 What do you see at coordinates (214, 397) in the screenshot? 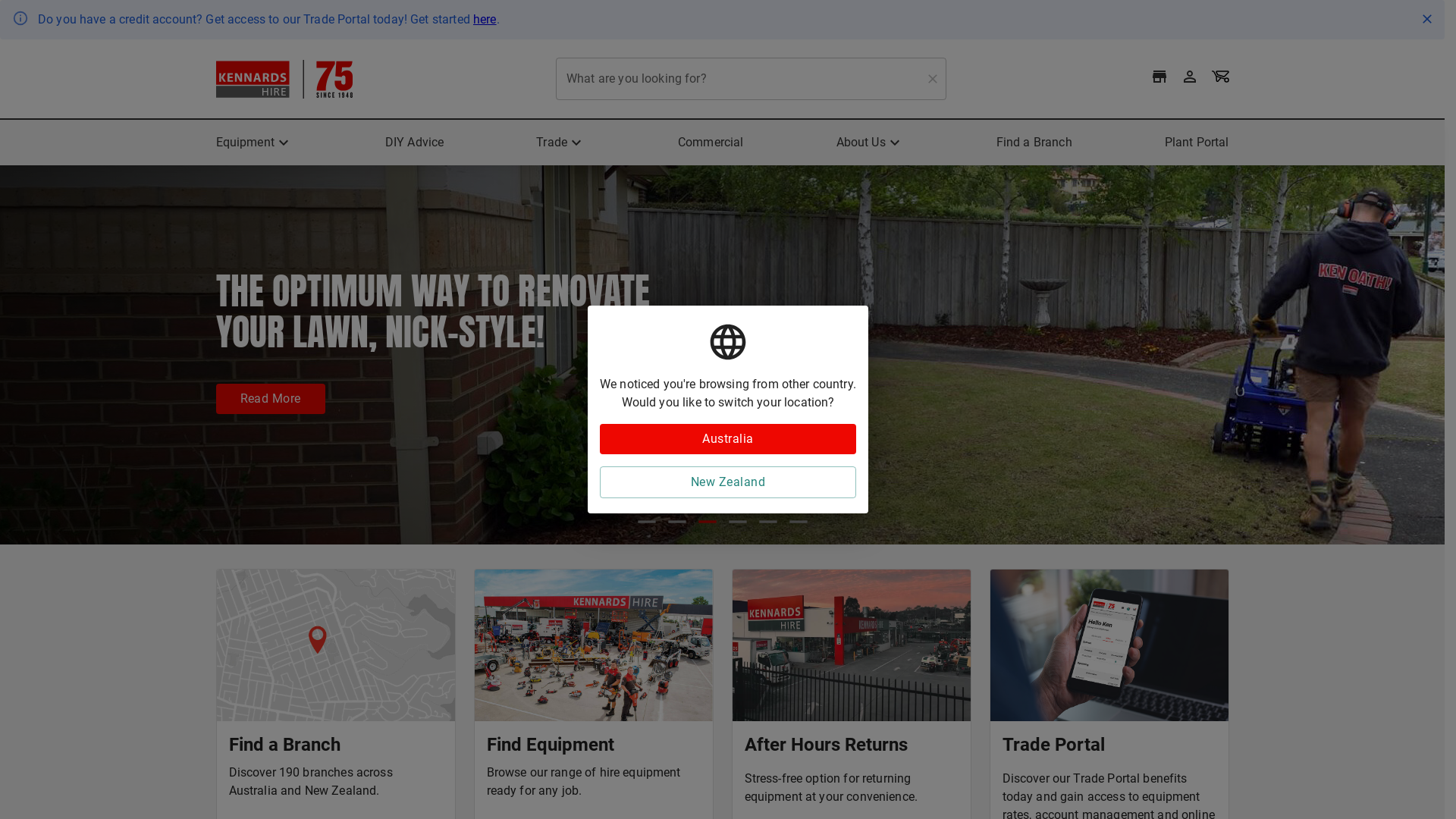
I see `'Read More'` at bounding box center [214, 397].